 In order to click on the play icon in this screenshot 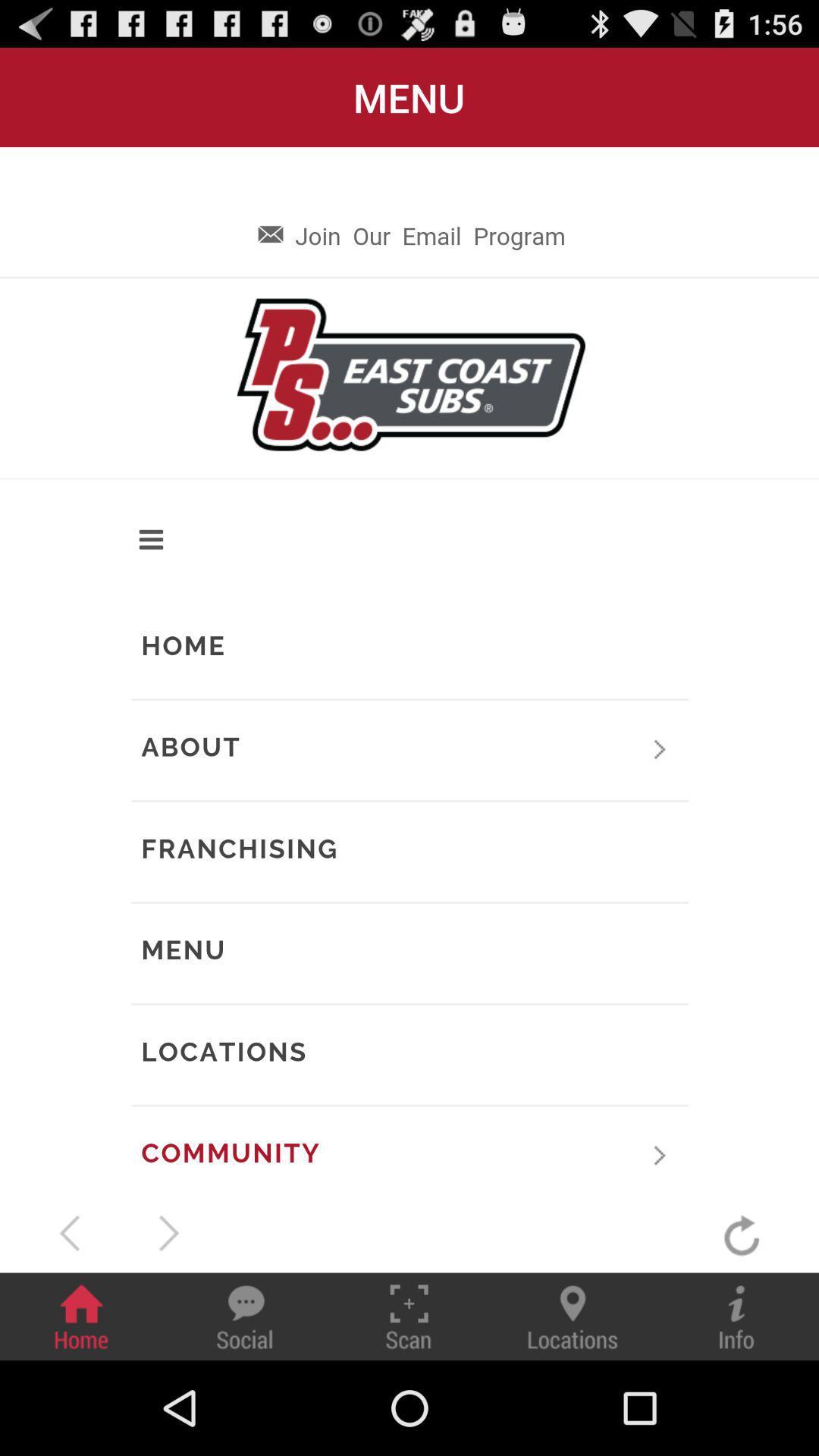, I will do `click(169, 1319)`.